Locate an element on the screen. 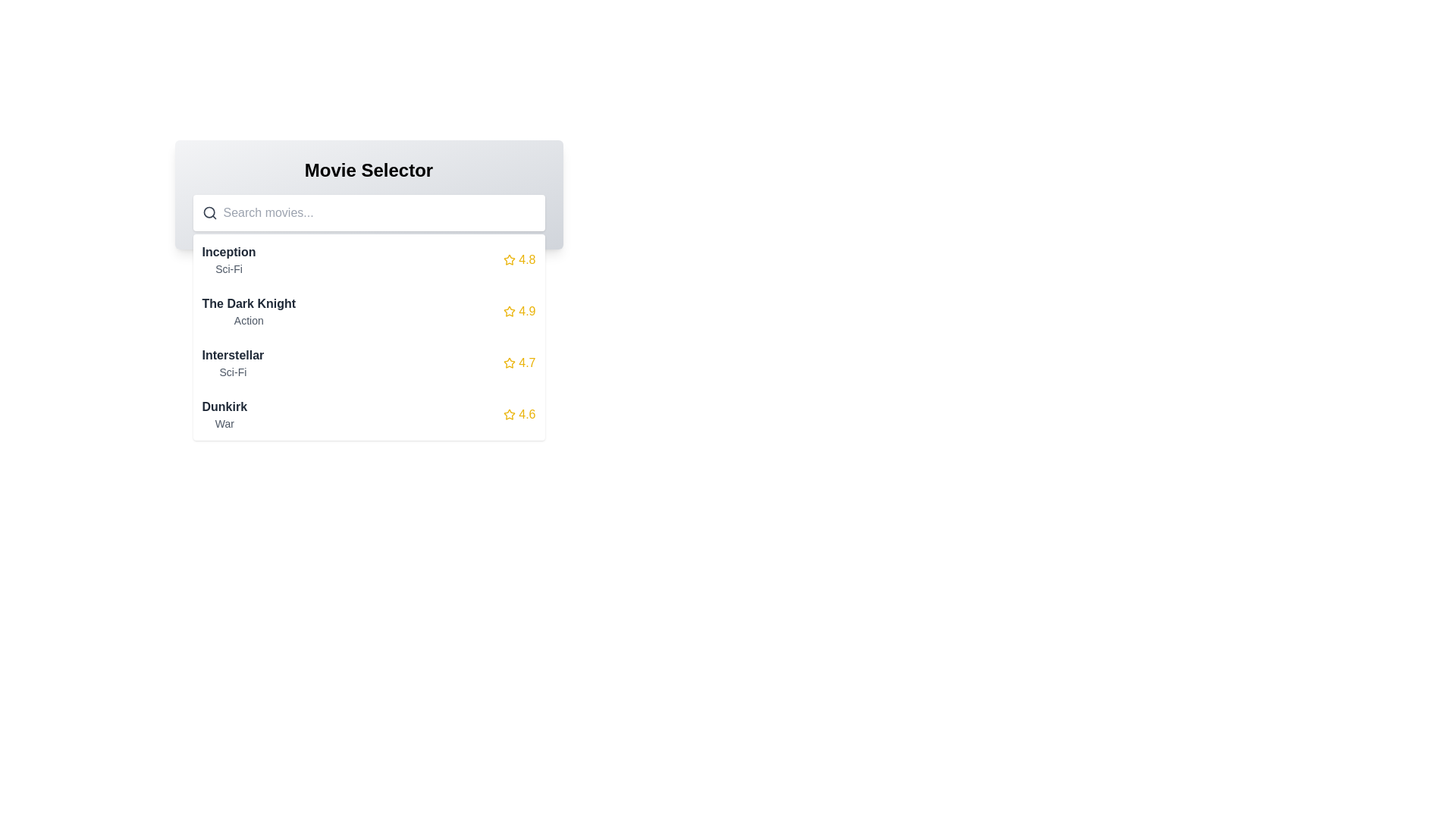 This screenshot has height=819, width=1456. the second selectable list item labeled 'The Dark Knight' with a subtitle 'Action' and a rating of '4.9' is located at coordinates (369, 311).